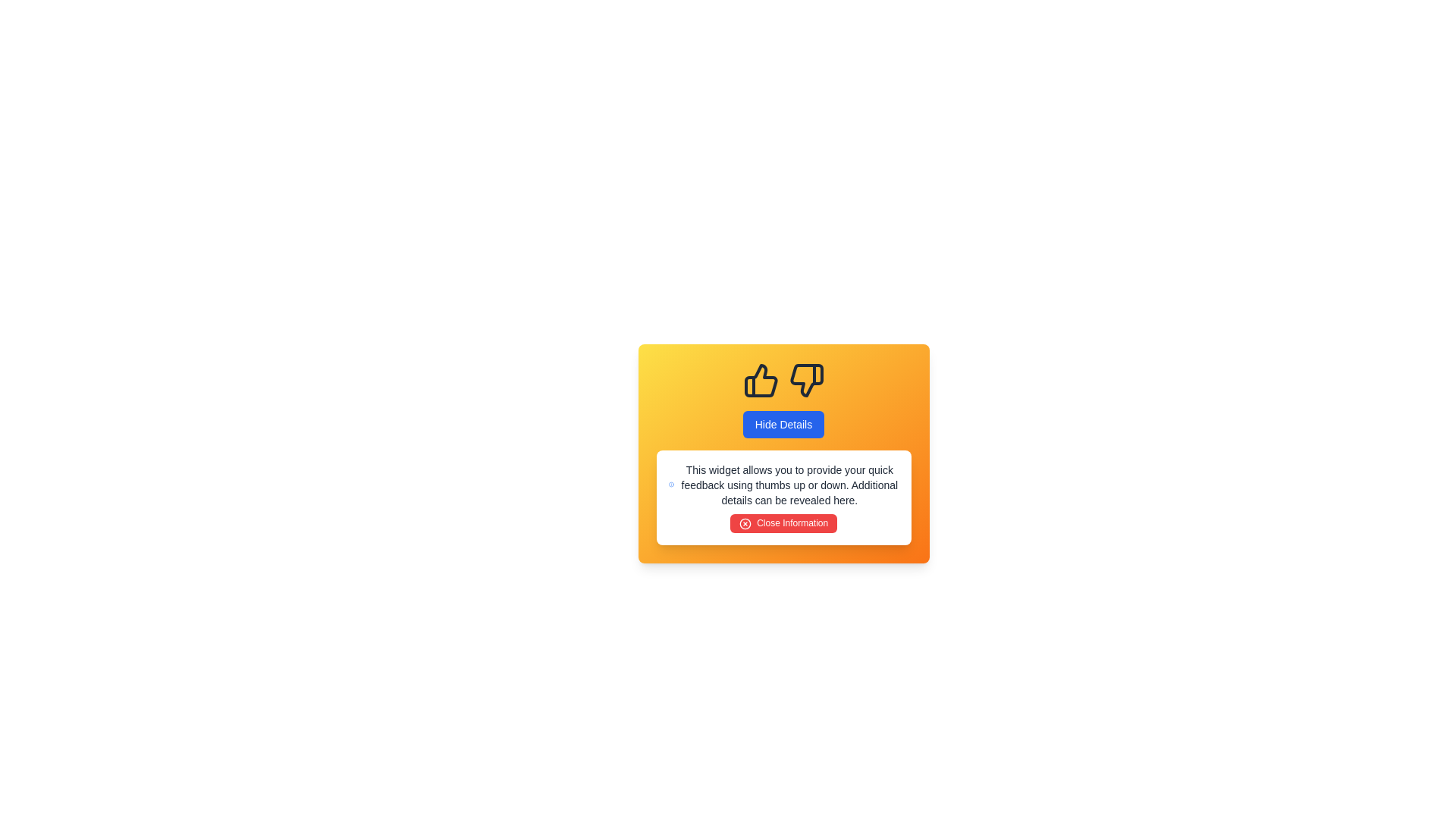 This screenshot has width=1456, height=819. What do you see at coordinates (745, 522) in the screenshot?
I see `the 'Close' icon located on the left side of the 'Close Information' red button at the bottom part of the card` at bounding box center [745, 522].